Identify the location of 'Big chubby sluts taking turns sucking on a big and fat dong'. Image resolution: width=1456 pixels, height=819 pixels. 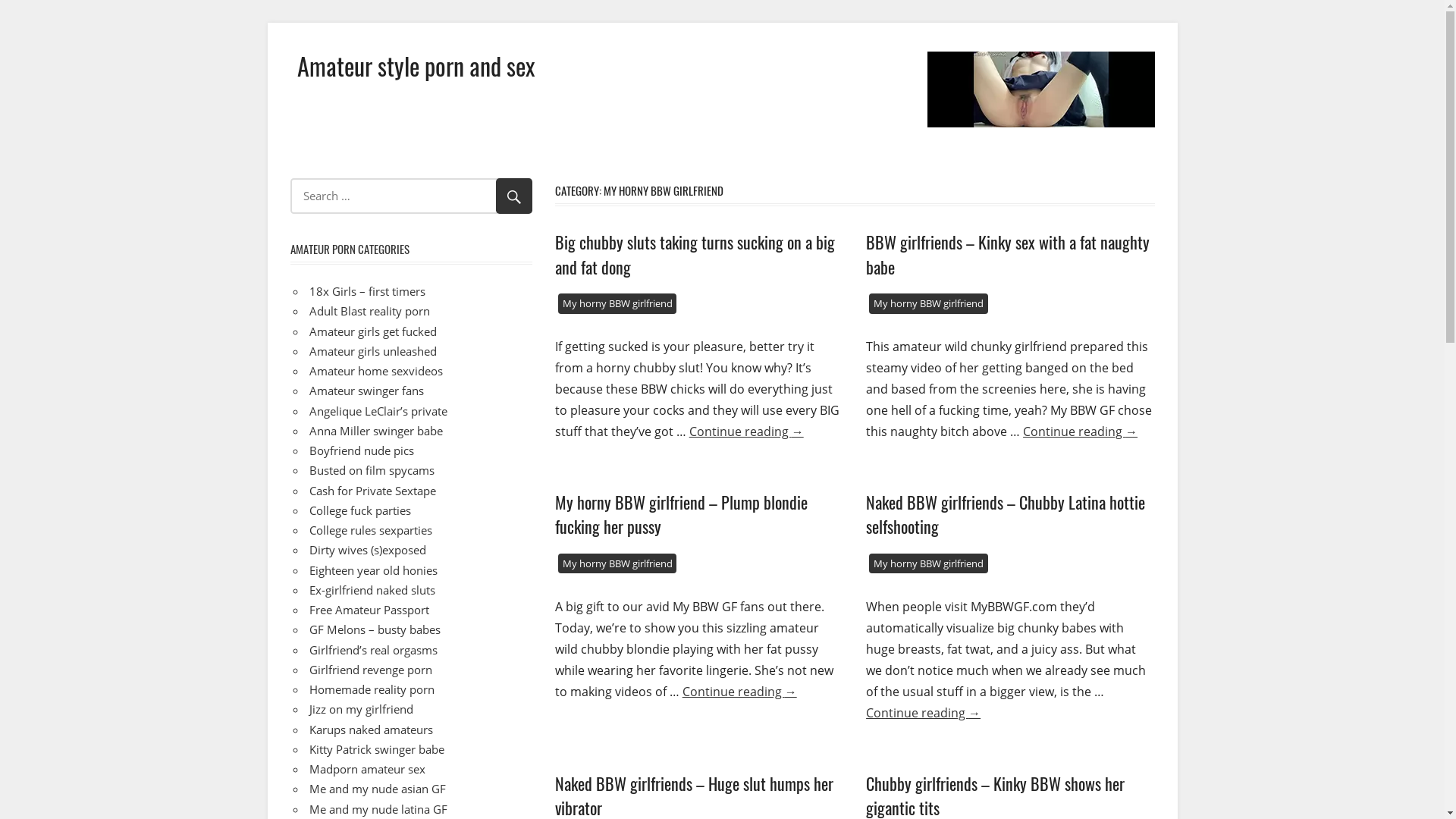
(694, 253).